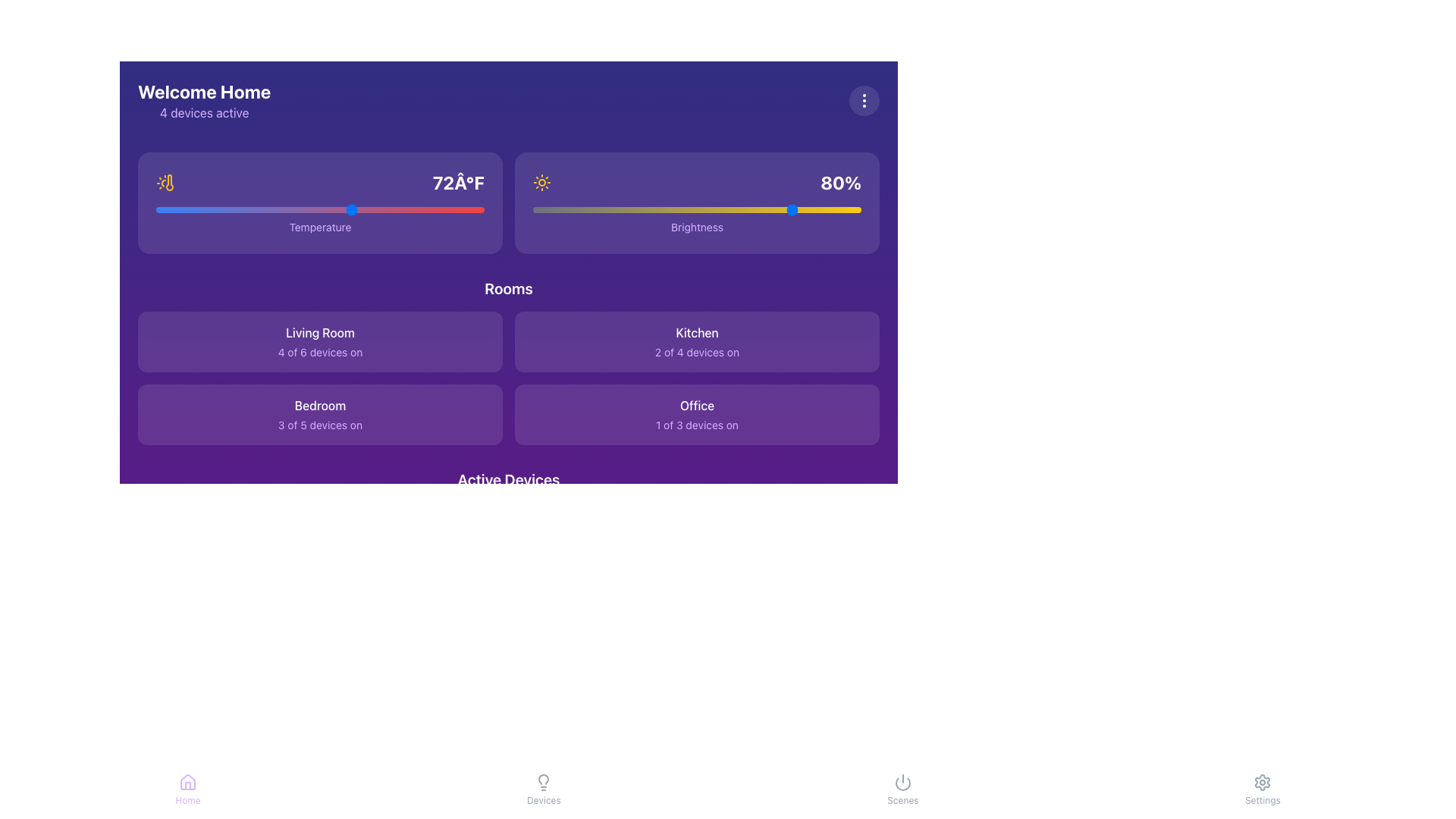 The height and width of the screenshot is (819, 1456). What do you see at coordinates (840, 181) in the screenshot?
I see `the static text label displaying '80%' on a purple background, located at the right end of the brightness slider` at bounding box center [840, 181].